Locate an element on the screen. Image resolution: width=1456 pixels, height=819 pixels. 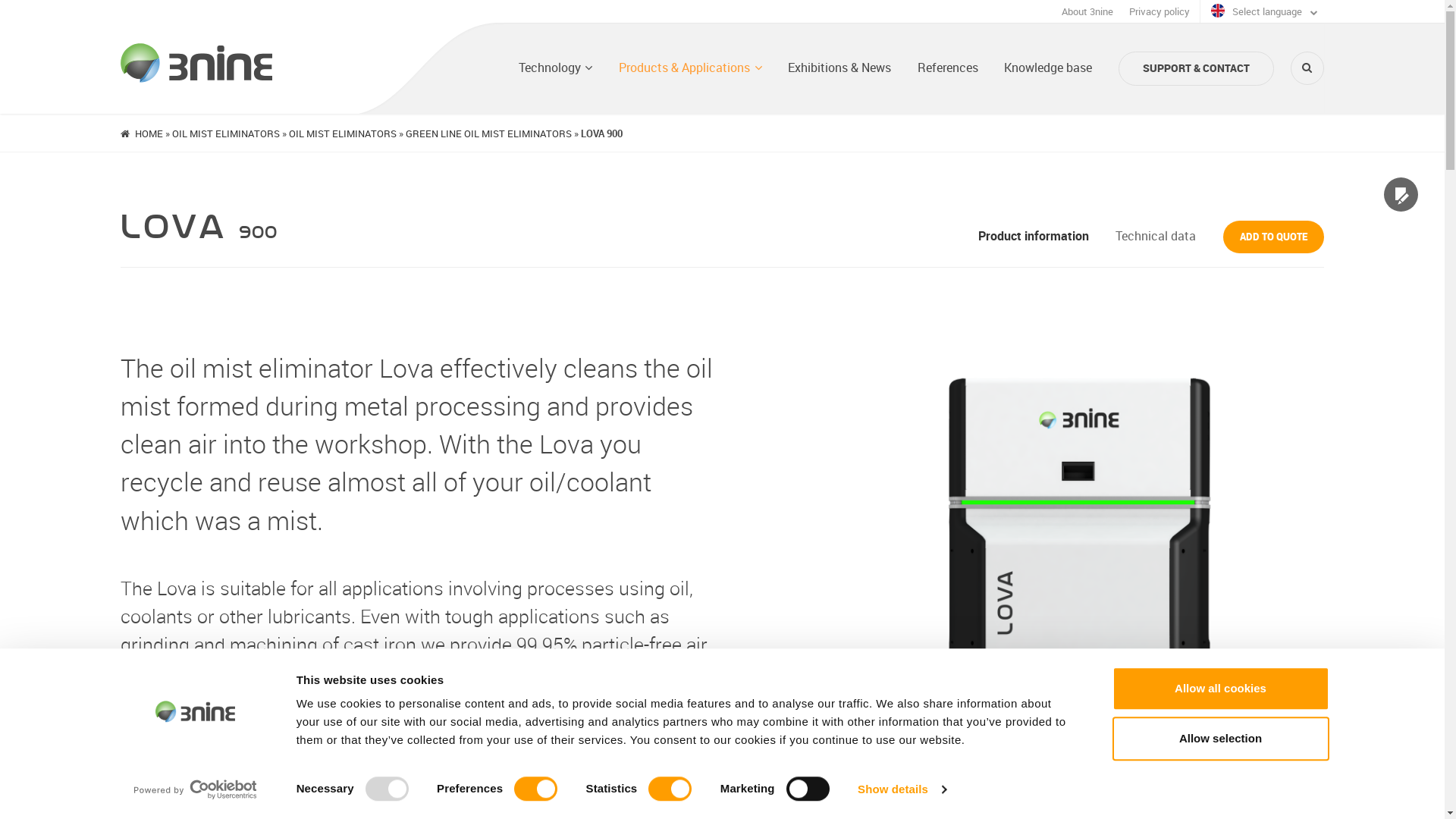
'Select language' is located at coordinates (1263, 11).